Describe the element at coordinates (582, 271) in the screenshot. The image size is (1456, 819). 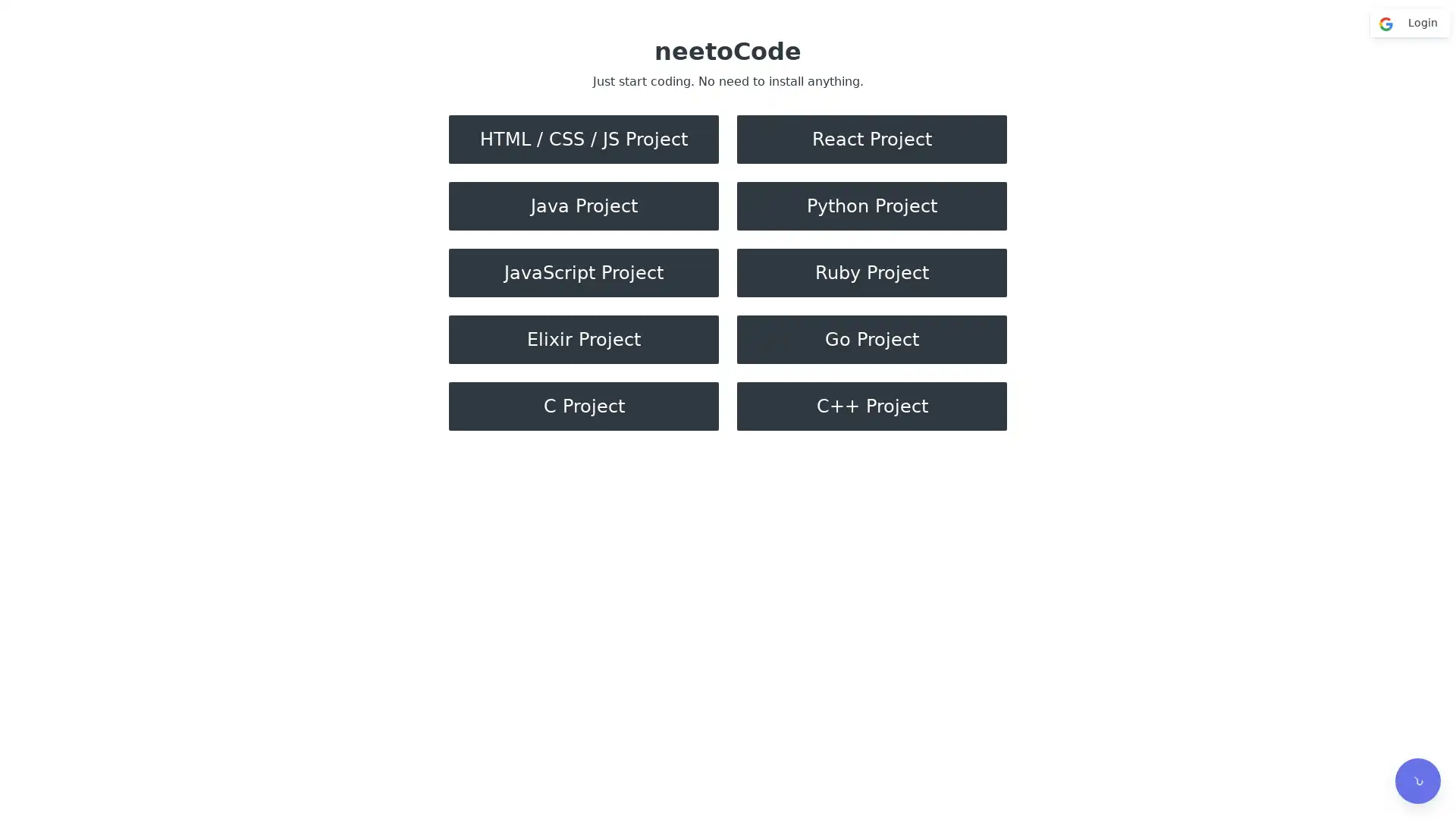
I see `JavaScript Project` at that location.